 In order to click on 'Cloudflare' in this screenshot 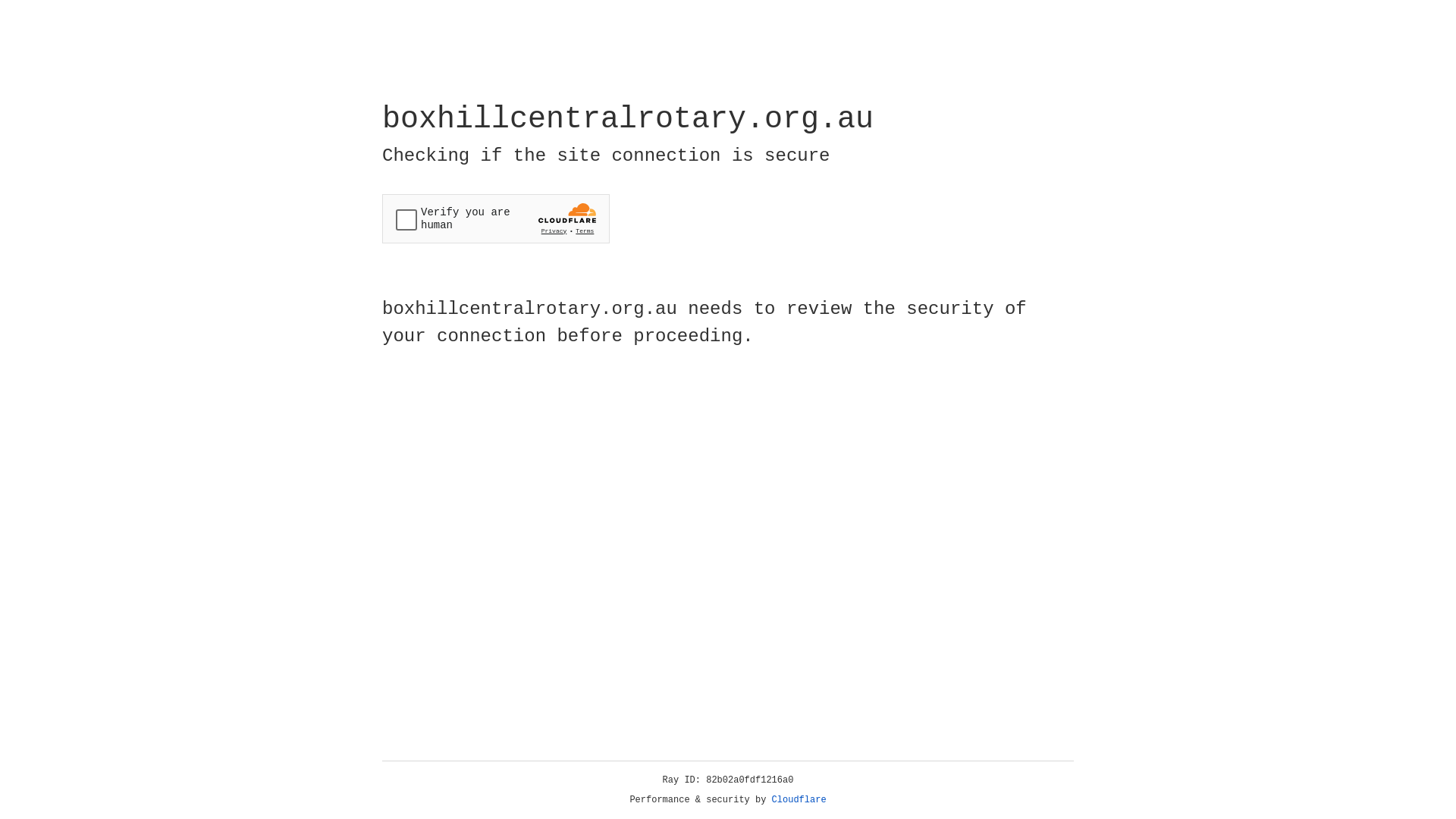, I will do `click(771, 799)`.